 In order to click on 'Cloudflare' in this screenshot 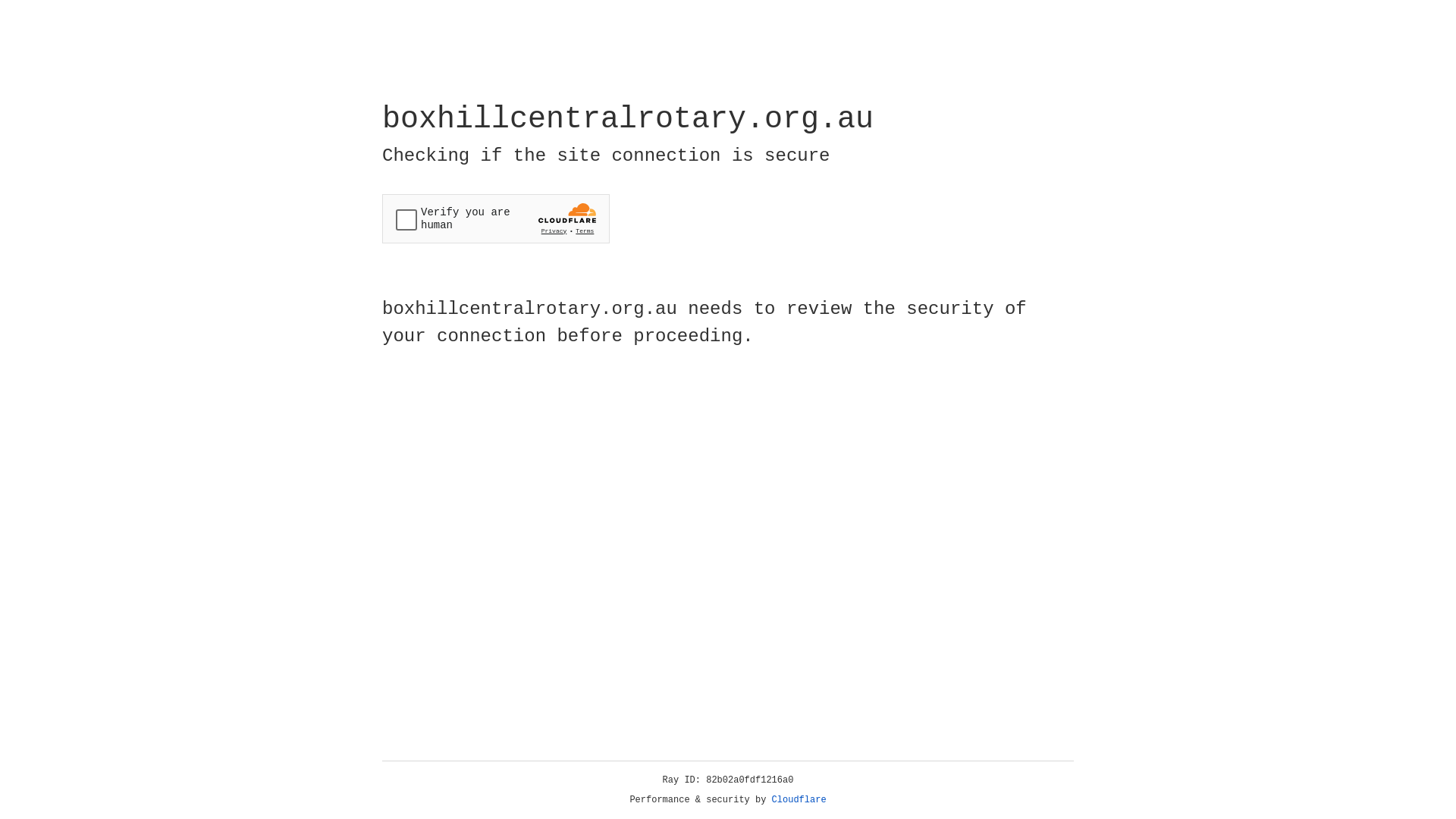, I will do `click(771, 799)`.